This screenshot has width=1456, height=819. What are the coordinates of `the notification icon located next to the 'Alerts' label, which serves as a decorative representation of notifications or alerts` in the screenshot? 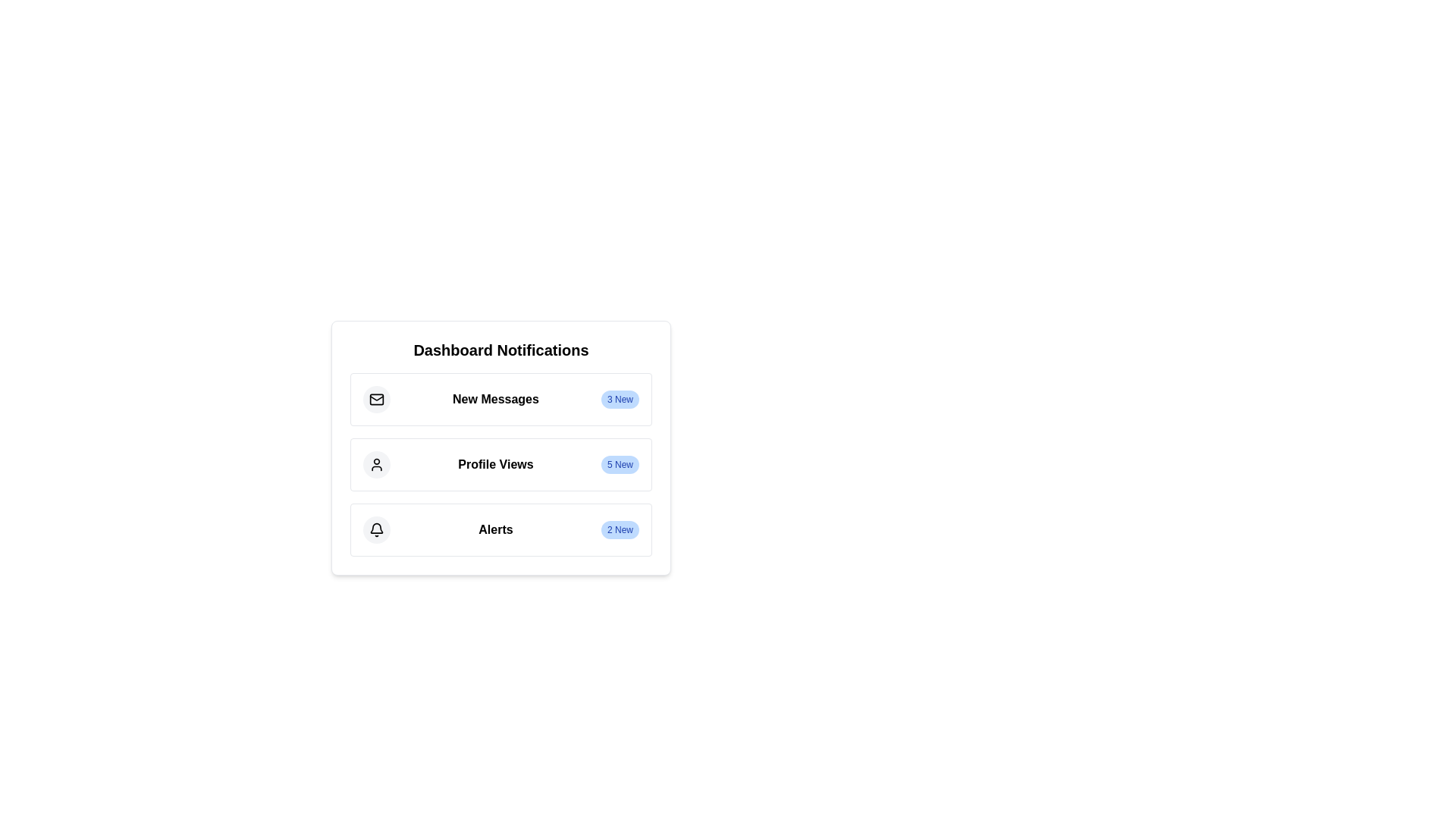 It's located at (377, 529).